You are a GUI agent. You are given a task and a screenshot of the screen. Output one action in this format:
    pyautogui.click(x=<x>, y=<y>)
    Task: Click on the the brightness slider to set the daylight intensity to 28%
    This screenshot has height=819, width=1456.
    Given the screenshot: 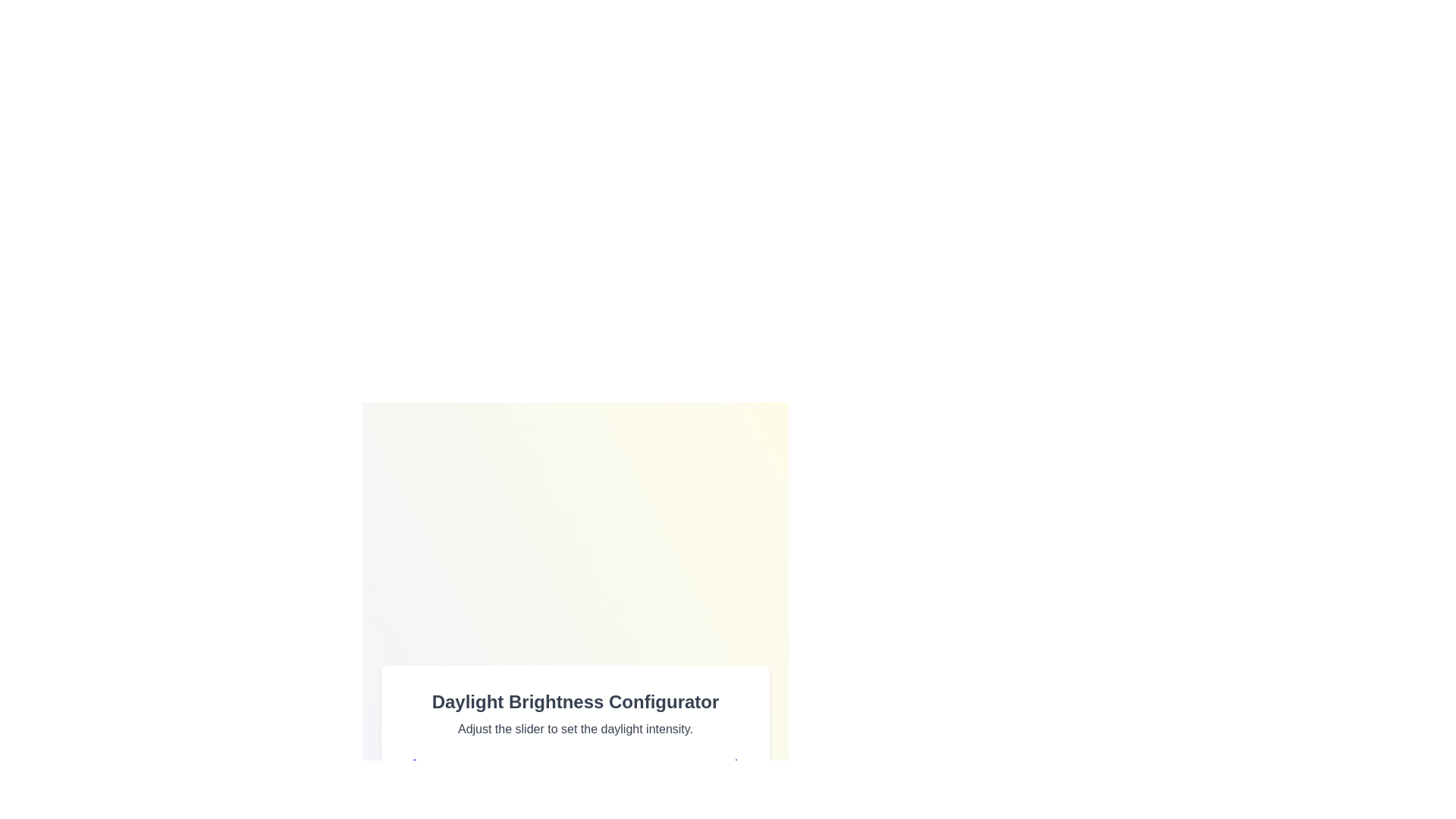 What is the action you would take?
    pyautogui.click(x=500, y=800)
    